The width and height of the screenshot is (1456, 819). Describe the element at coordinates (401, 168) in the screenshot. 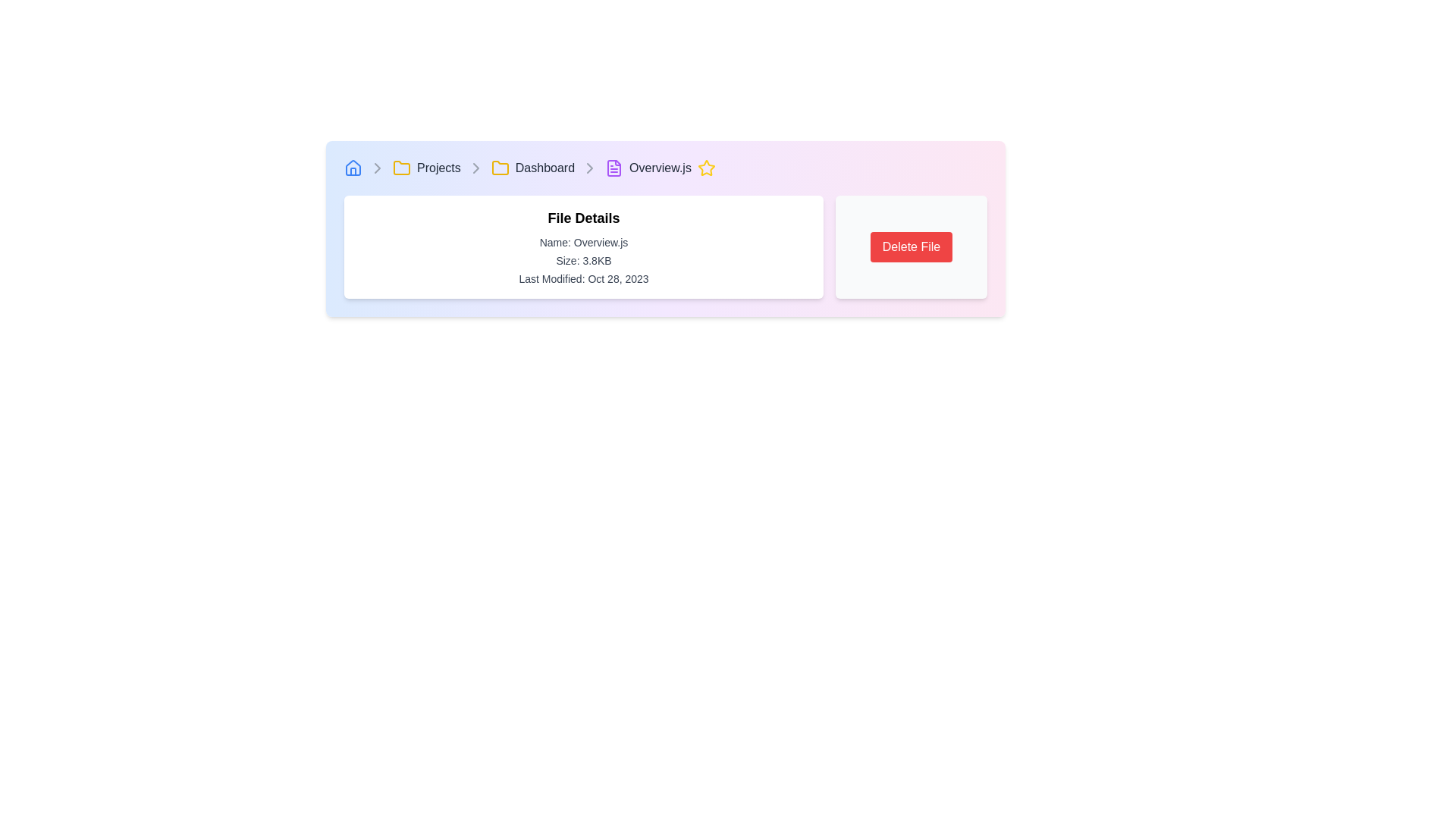

I see `the SVG icon representing a folder in the breadcrumb navigation, located between the chevron icon and the text 'Dashboard'` at that location.